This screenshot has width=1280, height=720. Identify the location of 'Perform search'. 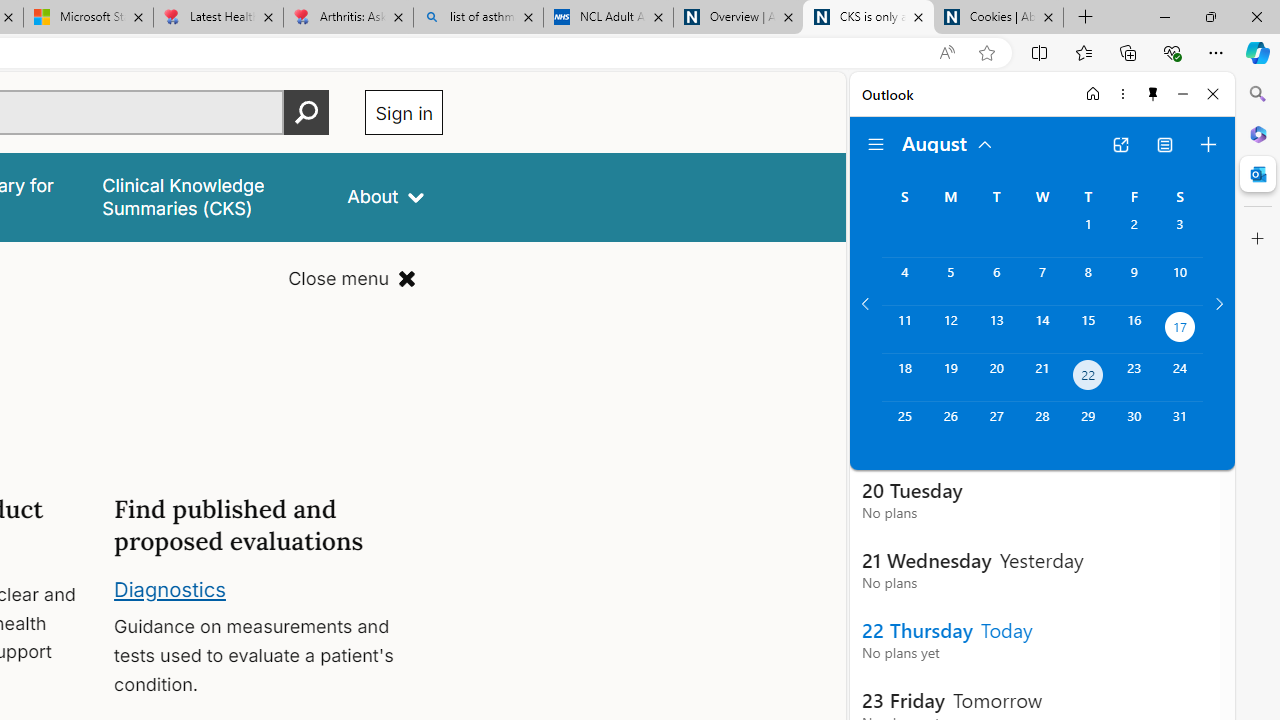
(306, 112).